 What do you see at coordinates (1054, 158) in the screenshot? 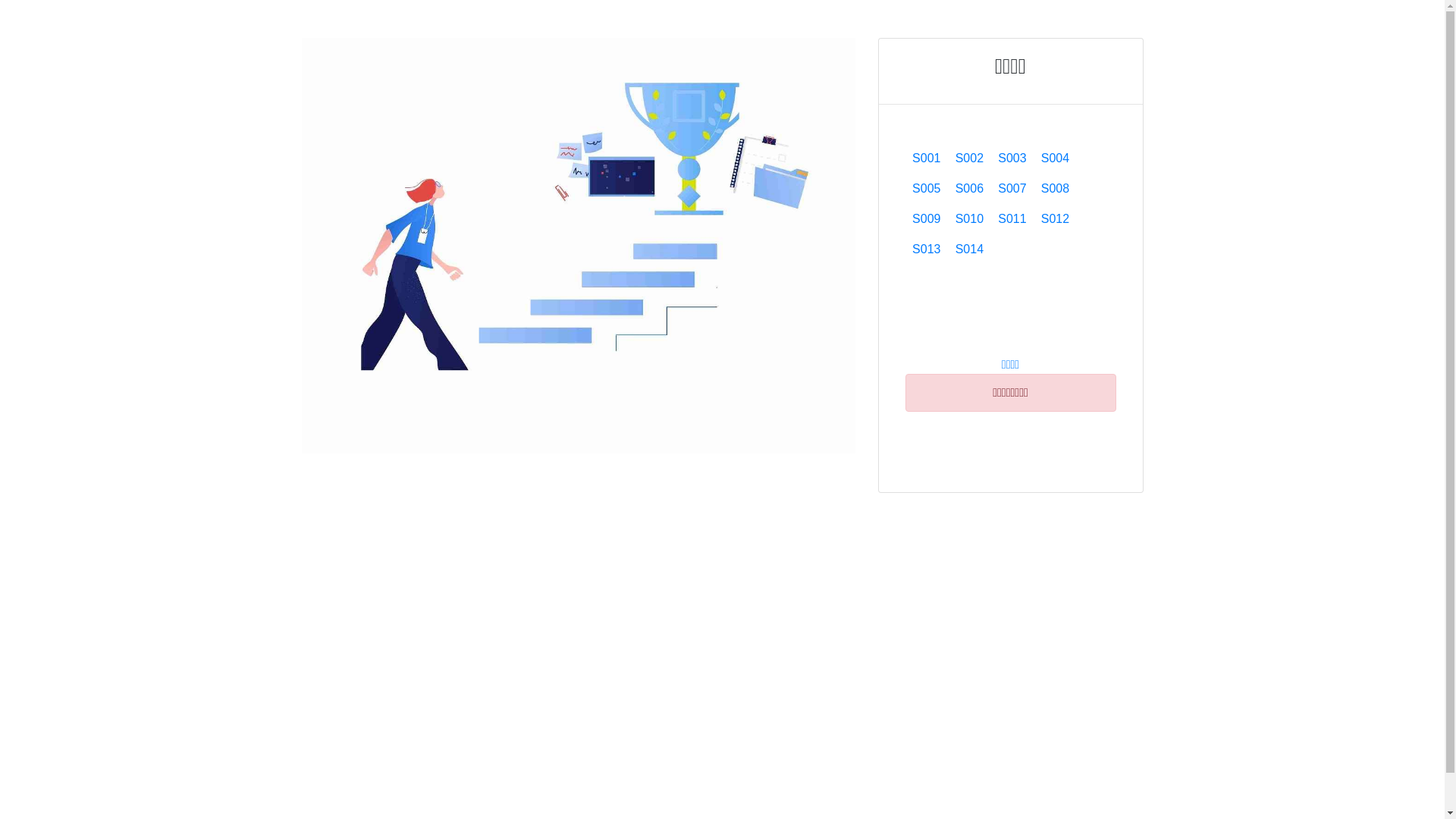
I see `'S004'` at bounding box center [1054, 158].